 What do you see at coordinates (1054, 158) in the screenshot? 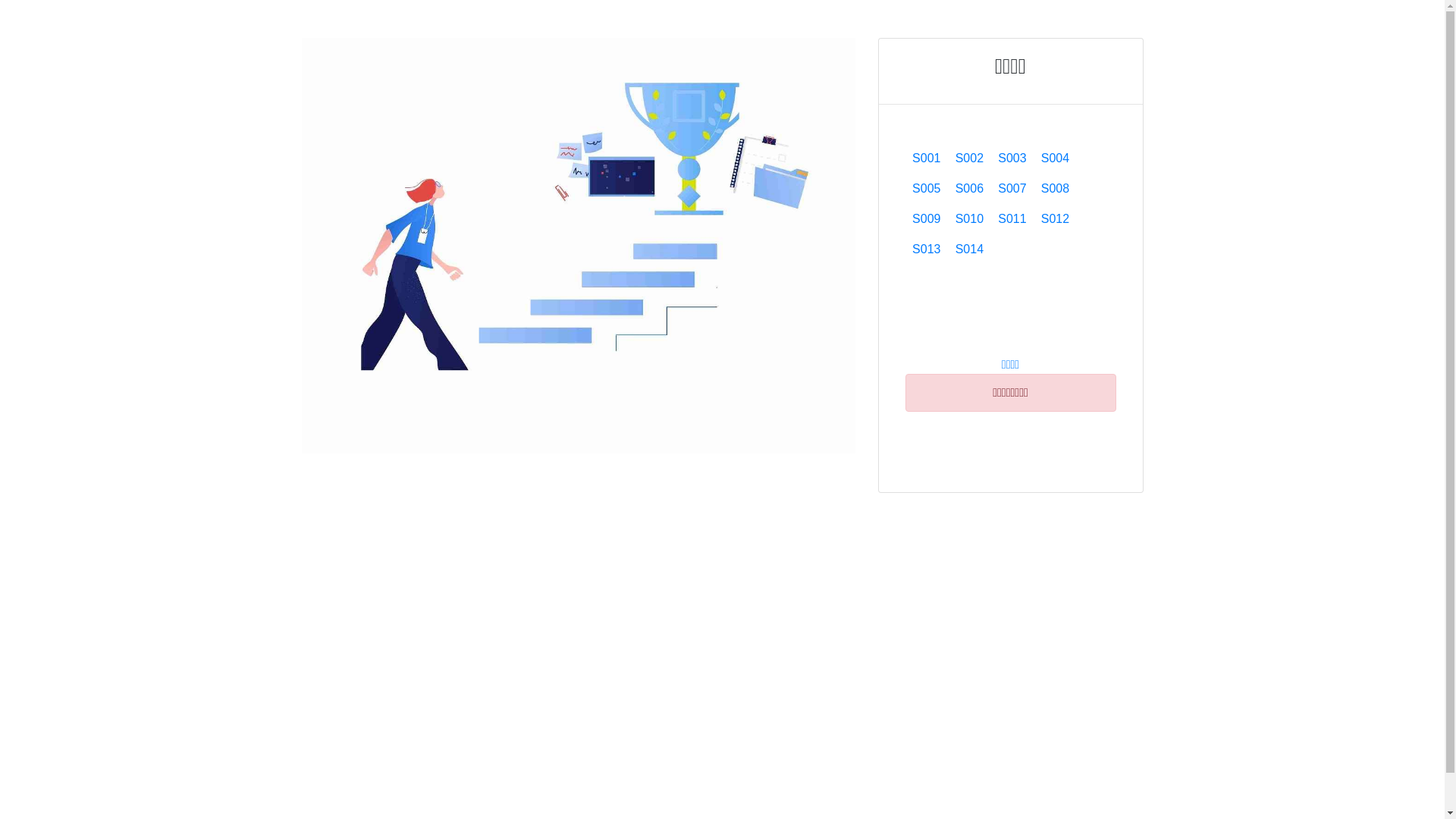
I see `'S004'` at bounding box center [1054, 158].